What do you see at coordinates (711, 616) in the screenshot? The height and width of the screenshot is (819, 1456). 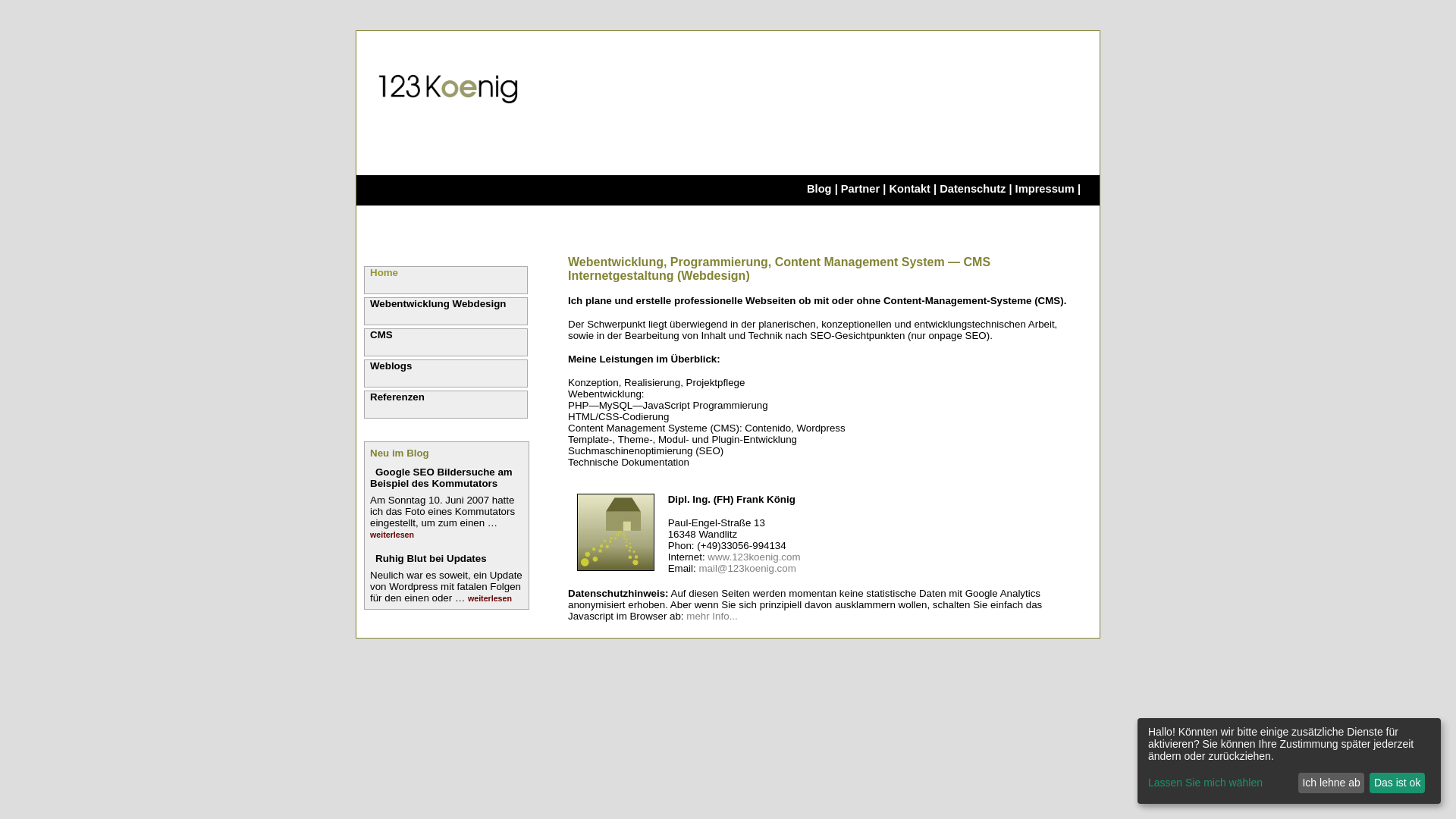 I see `'mehr Info...'` at bounding box center [711, 616].